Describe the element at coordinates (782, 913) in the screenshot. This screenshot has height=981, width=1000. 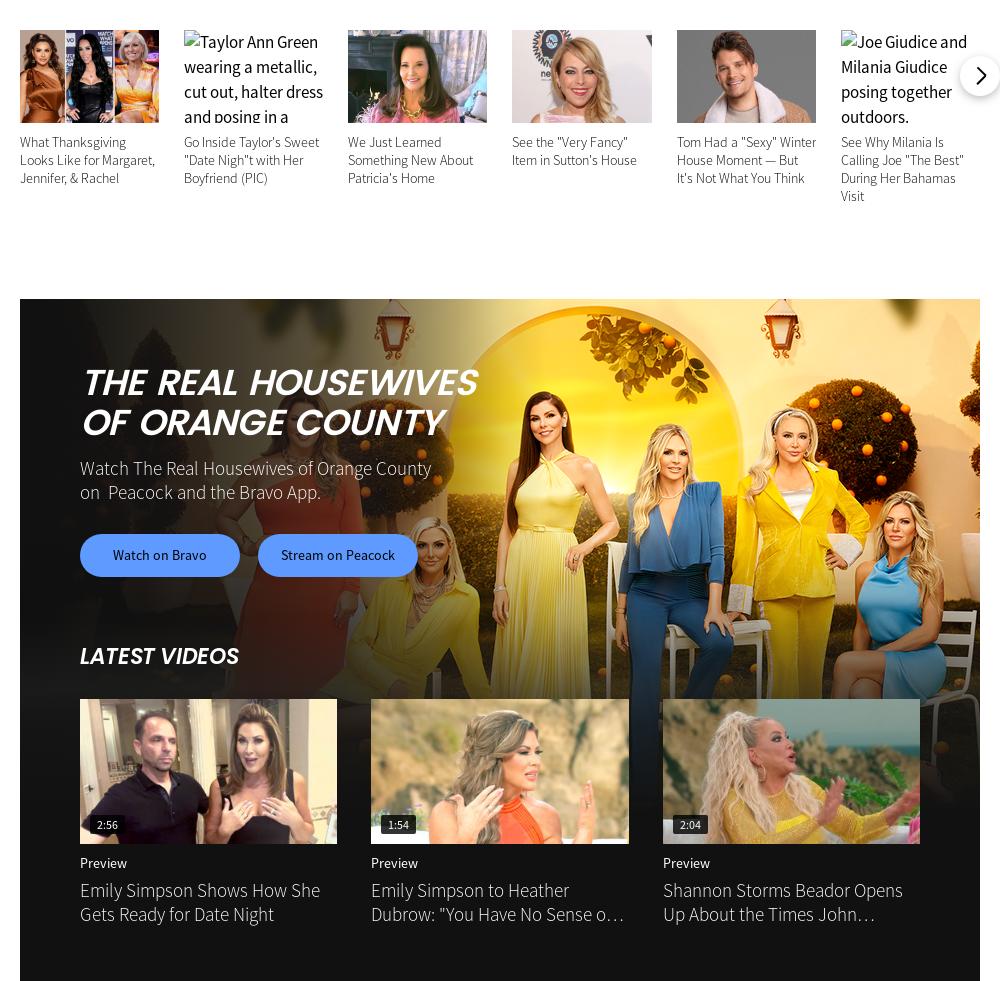
I see `'Shannon Storms Beador Opens Up About the Times John Janssen Would "Ghost" Her'` at that location.